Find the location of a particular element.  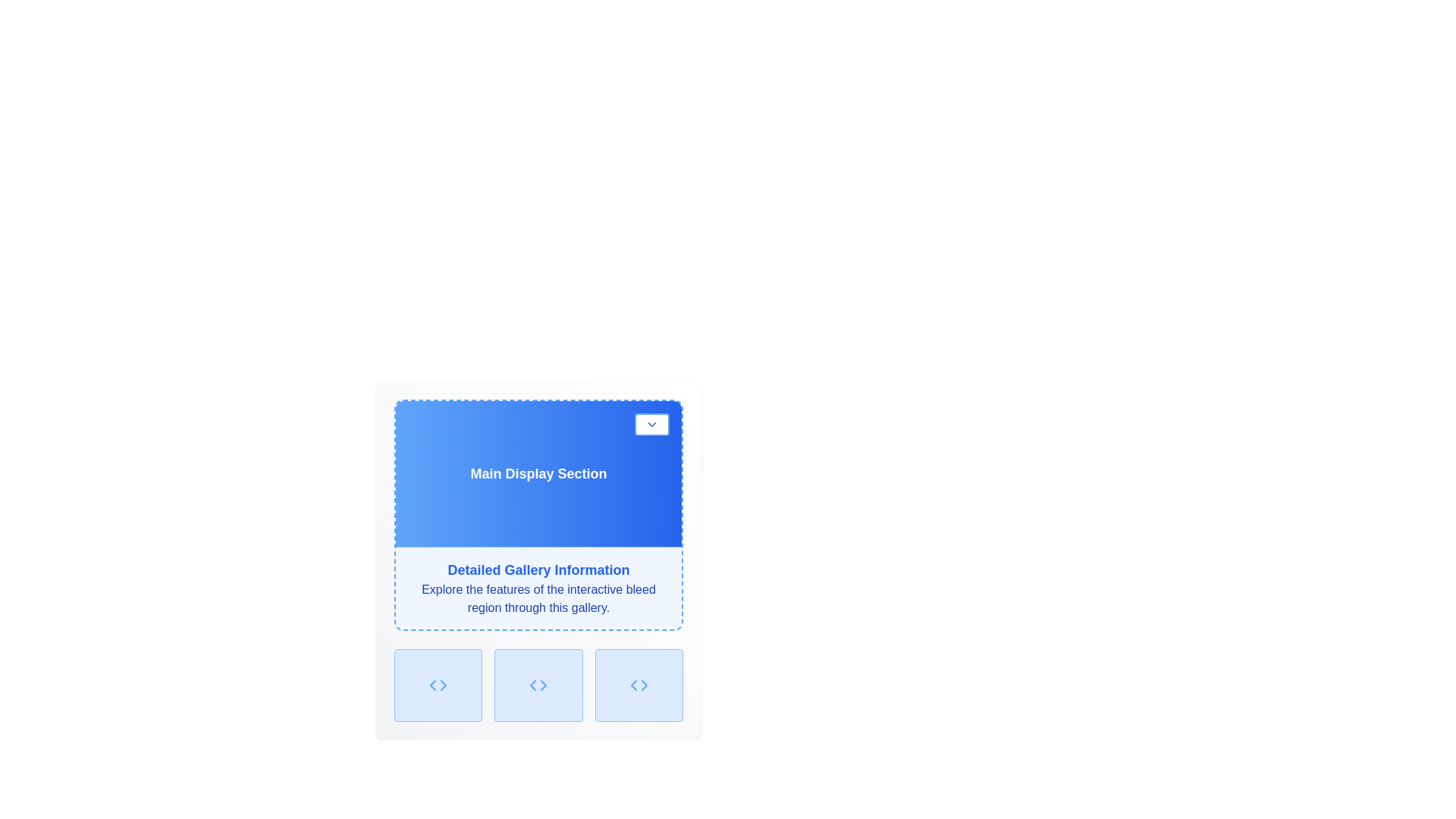

the centrally aligned Text Label that serves as the heading for the main display area, located at the top of the interface is located at coordinates (538, 472).